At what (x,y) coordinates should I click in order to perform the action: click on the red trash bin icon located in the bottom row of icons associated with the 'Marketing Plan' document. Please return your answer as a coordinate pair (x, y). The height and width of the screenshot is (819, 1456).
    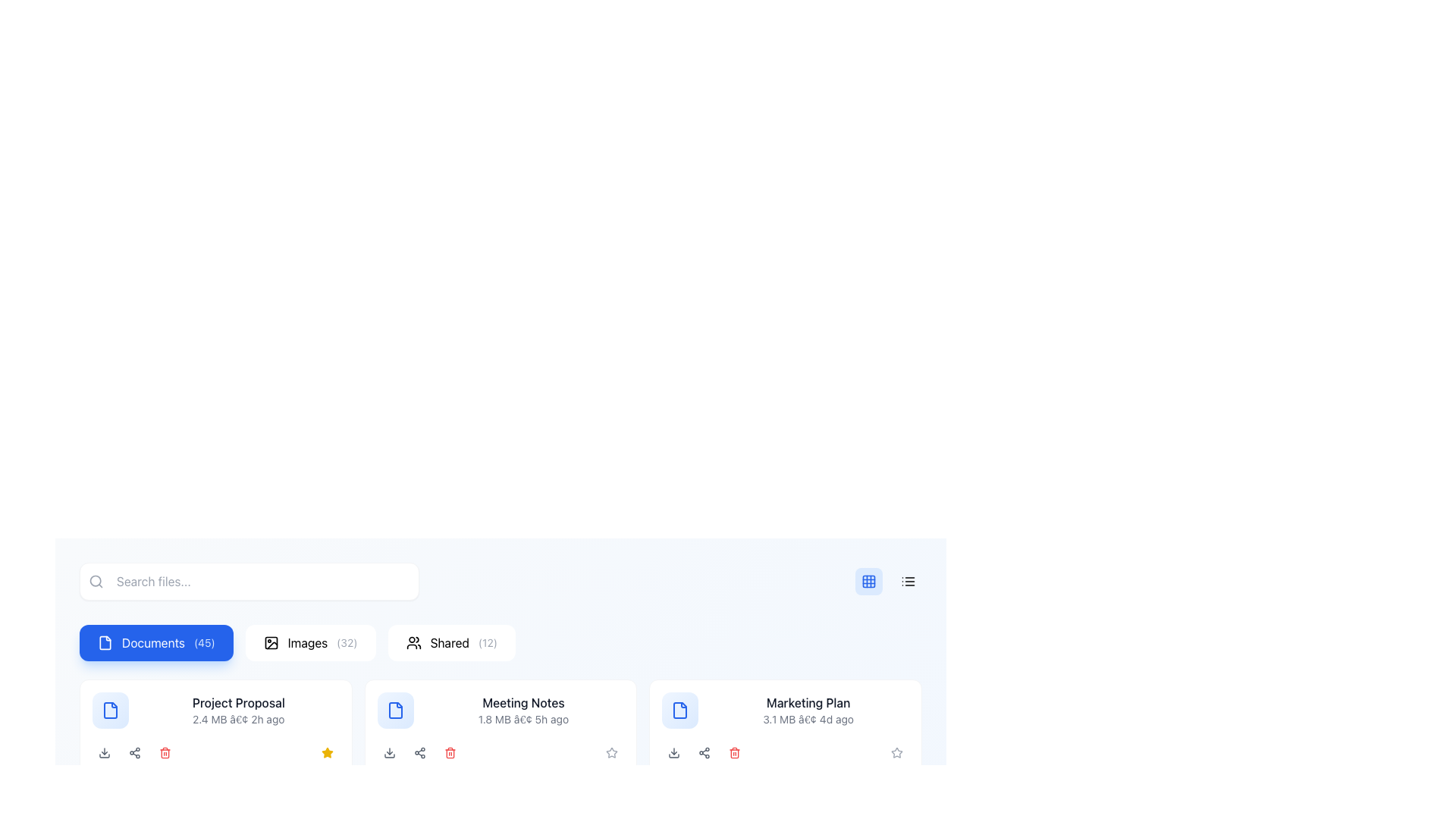
    Looking at the image, I should click on (735, 752).